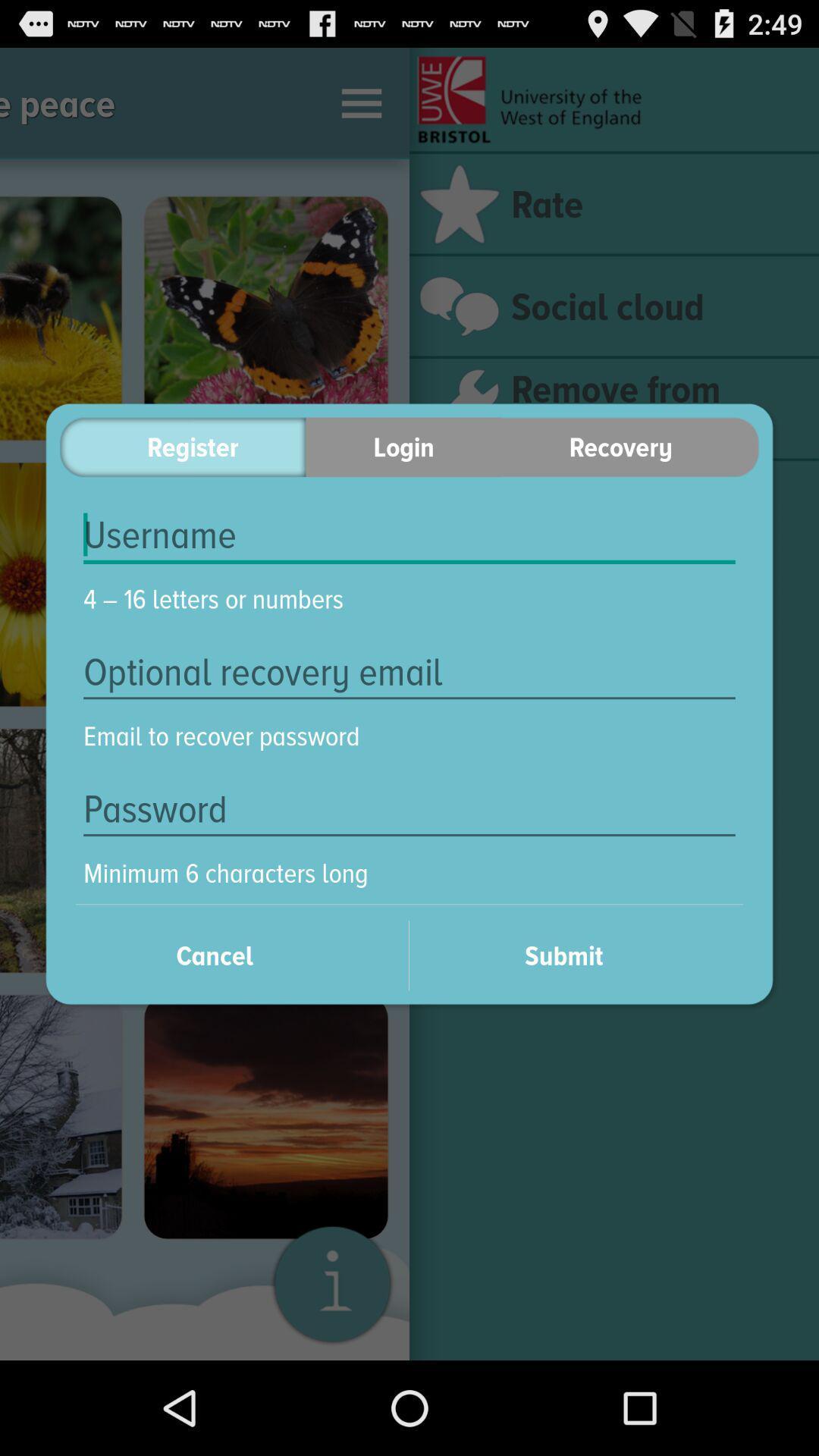 The height and width of the screenshot is (1456, 819). Describe the element at coordinates (409, 535) in the screenshot. I see `insert username` at that location.